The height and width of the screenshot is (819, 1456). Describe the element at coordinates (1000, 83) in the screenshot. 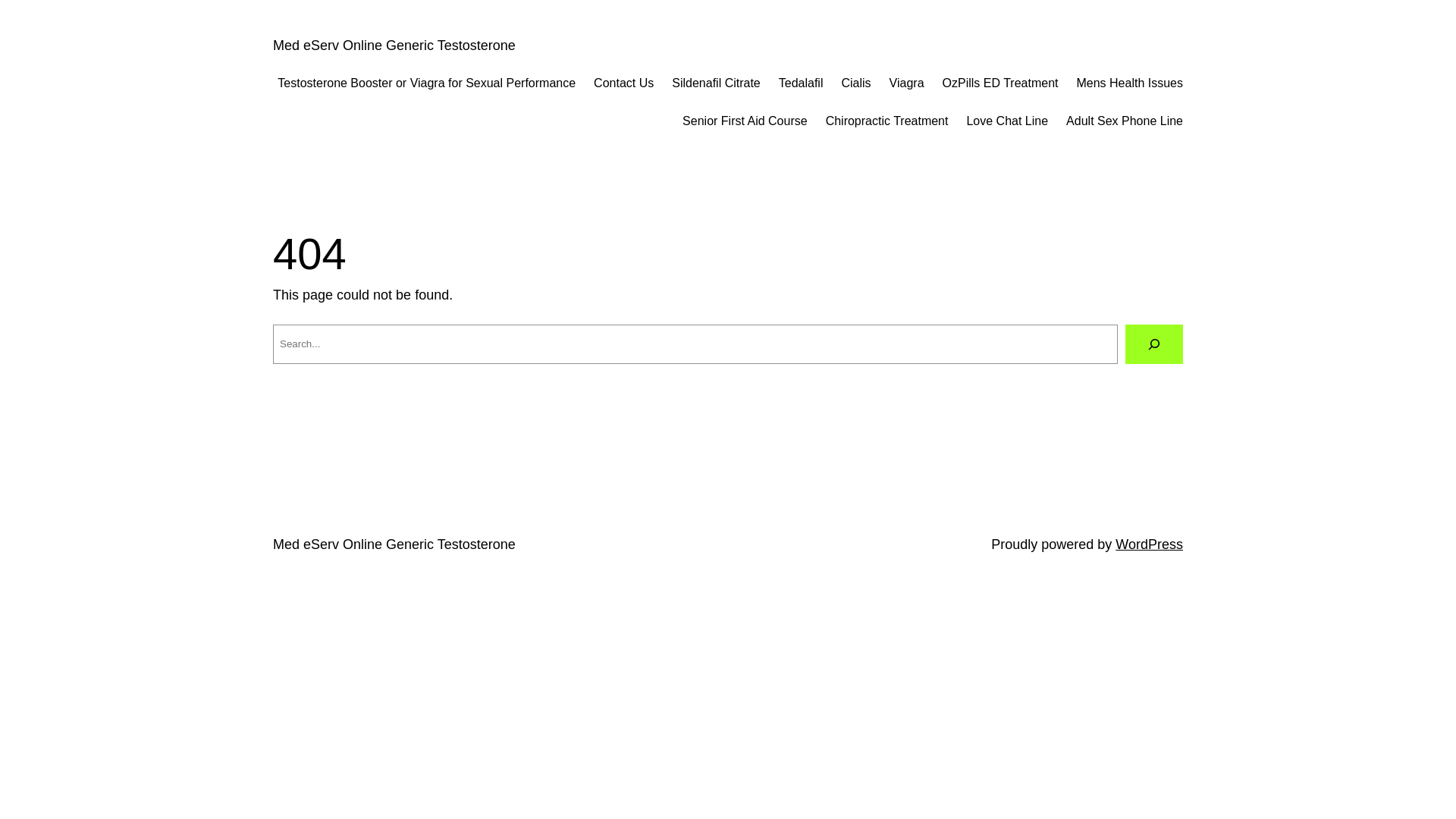

I see `'OzPills ED Treatment'` at that location.